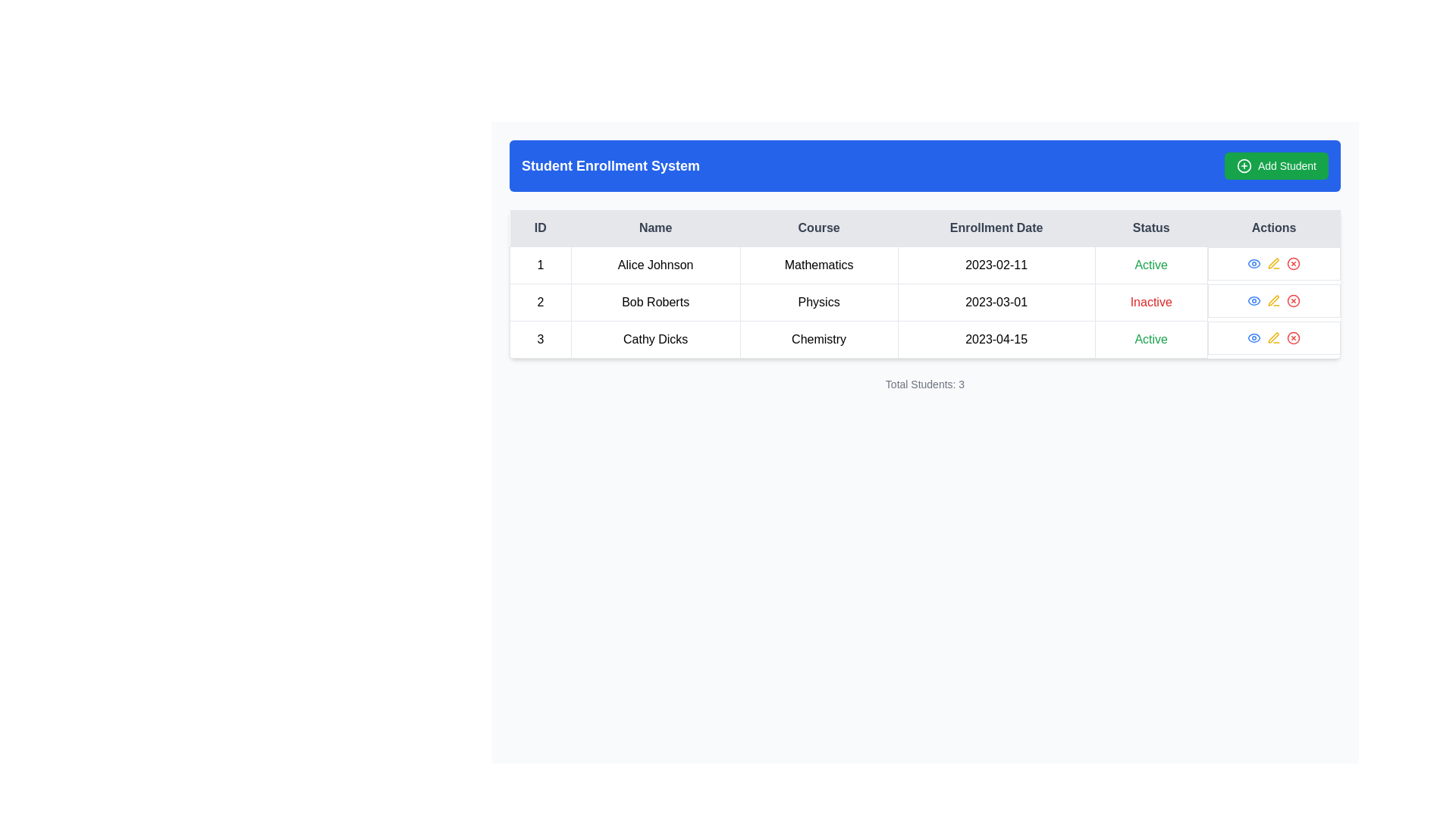  Describe the element at coordinates (996, 228) in the screenshot. I see `the table header text 'Enrollment Date', which is bold and centered, located between 'Course' and 'Status'` at that location.